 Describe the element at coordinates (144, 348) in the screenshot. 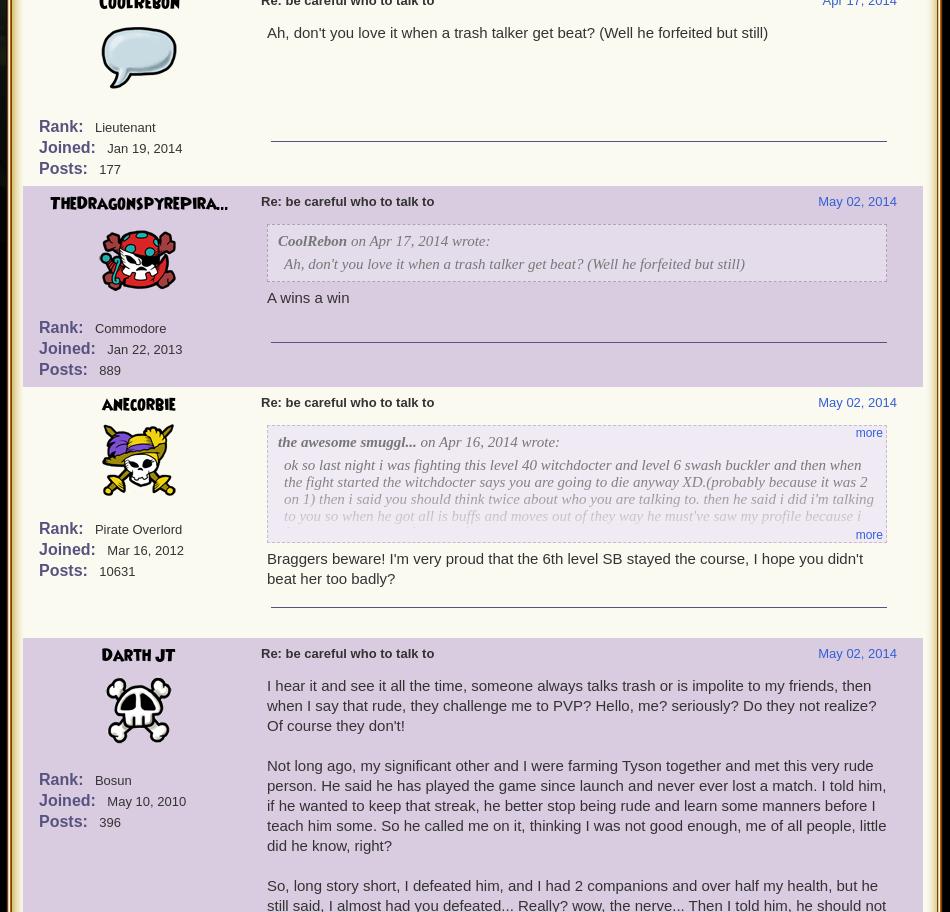

I see `'Jan 22, 2013'` at that location.